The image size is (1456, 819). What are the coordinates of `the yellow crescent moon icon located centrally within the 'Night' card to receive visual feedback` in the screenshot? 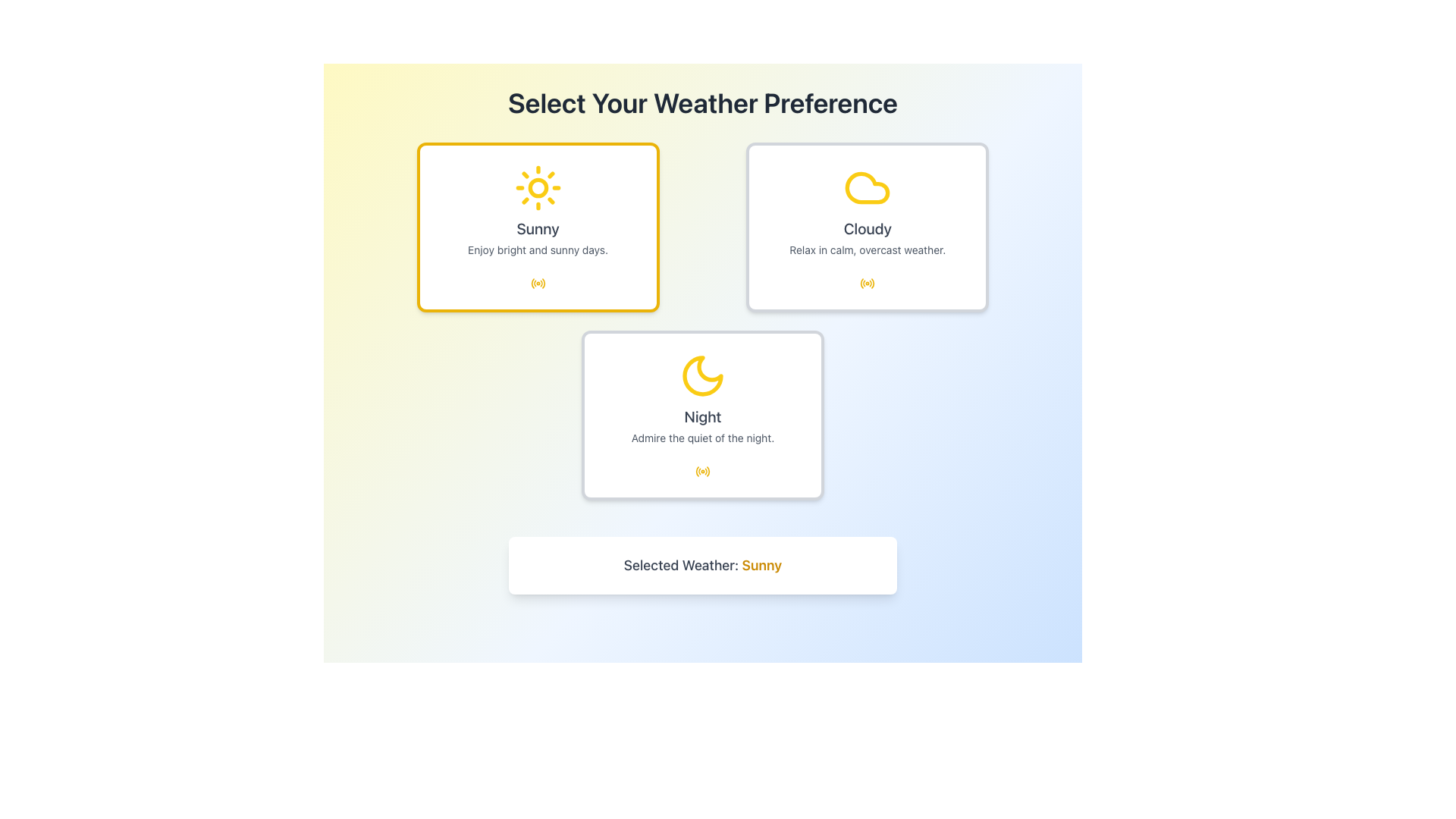 It's located at (701, 375).